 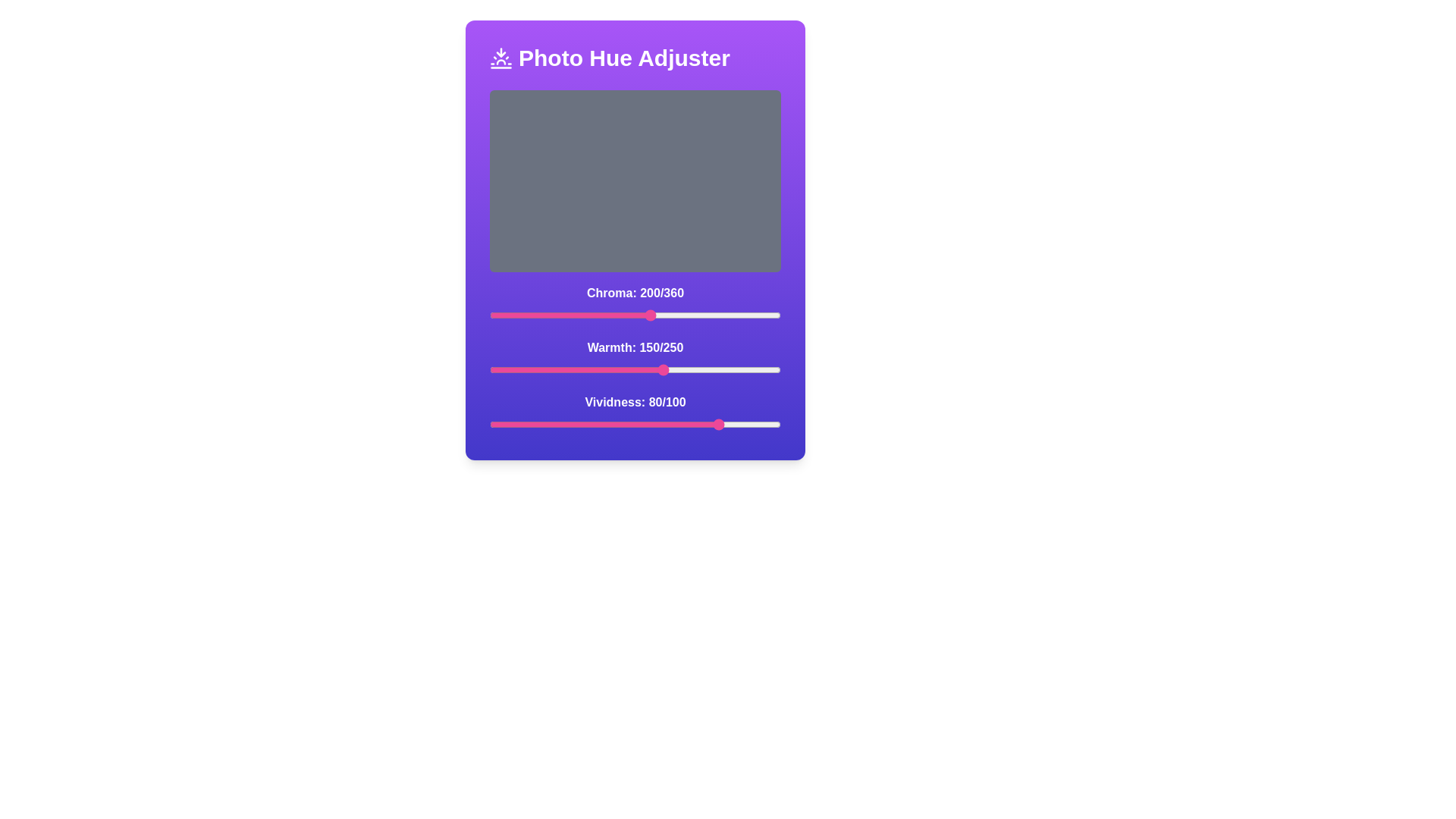 I want to click on the warmth slider to 233 value, so click(x=761, y=370).